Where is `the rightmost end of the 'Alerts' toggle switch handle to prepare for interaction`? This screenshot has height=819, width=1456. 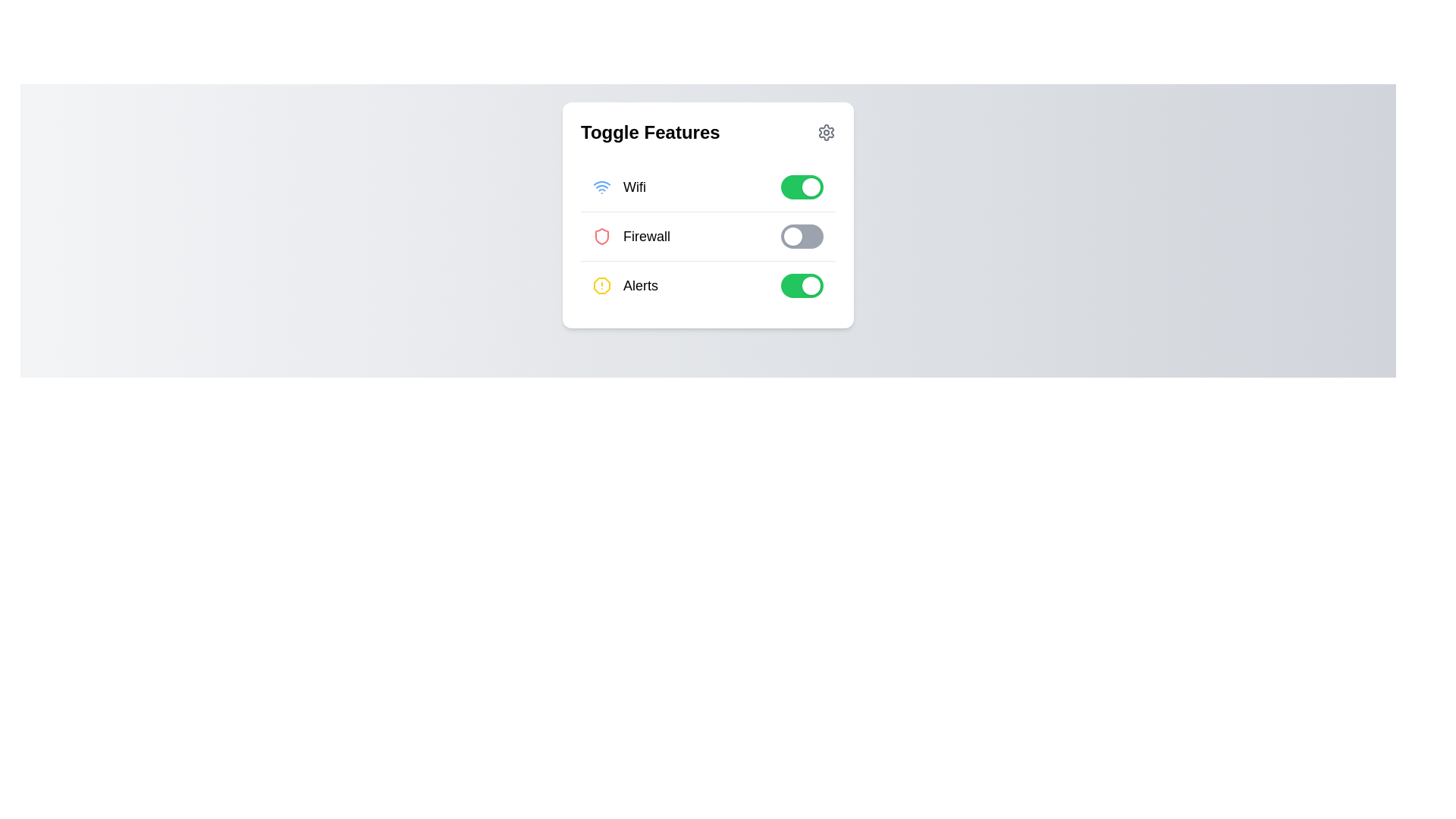
the rightmost end of the 'Alerts' toggle switch handle to prepare for interaction is located at coordinates (811, 286).